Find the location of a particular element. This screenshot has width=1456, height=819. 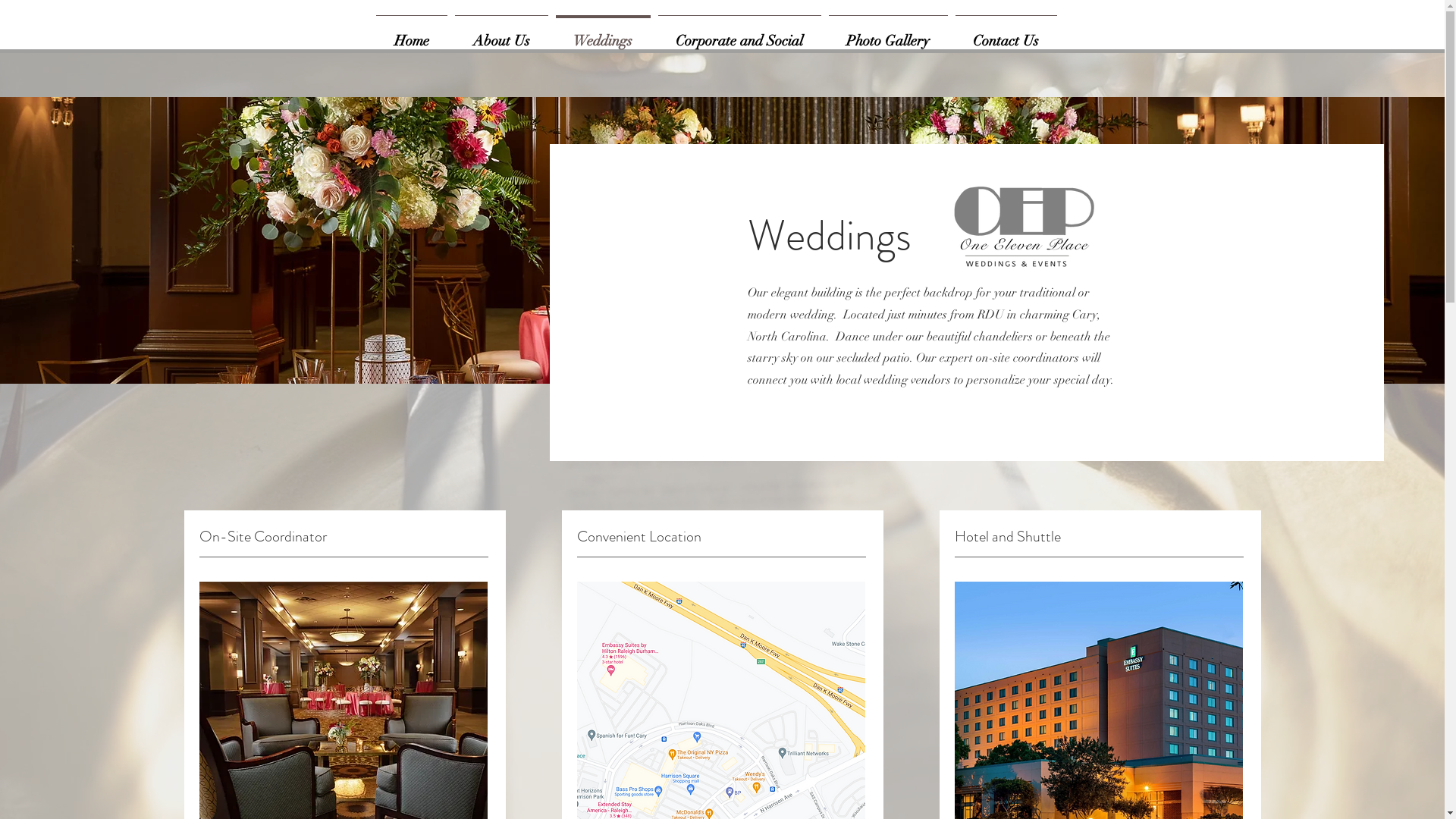

'Photo Gallery' is located at coordinates (888, 34).